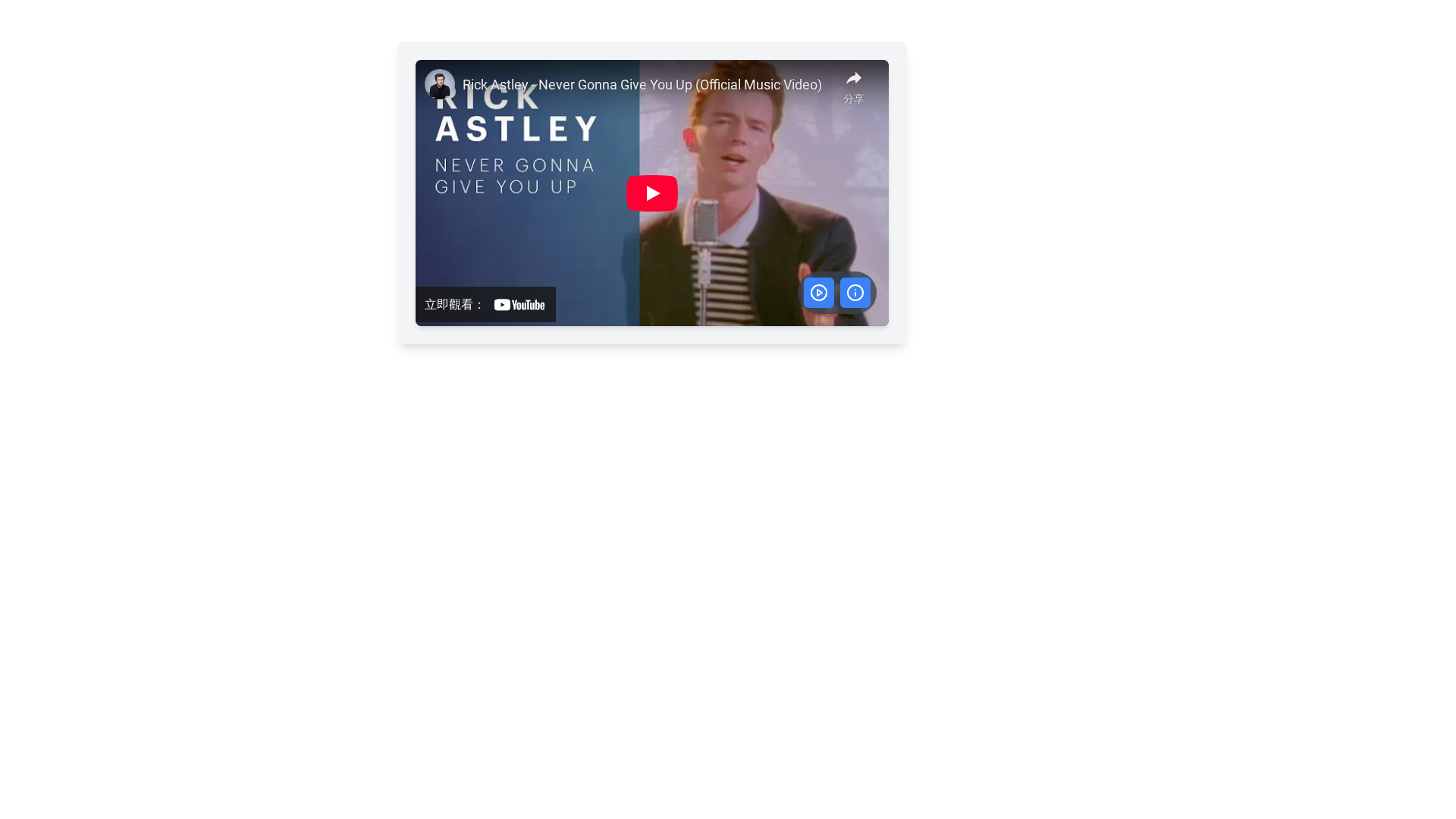  What do you see at coordinates (817, 292) in the screenshot?
I see `the circular outline of the play button icon located on the right side of the video thumbnail` at bounding box center [817, 292].